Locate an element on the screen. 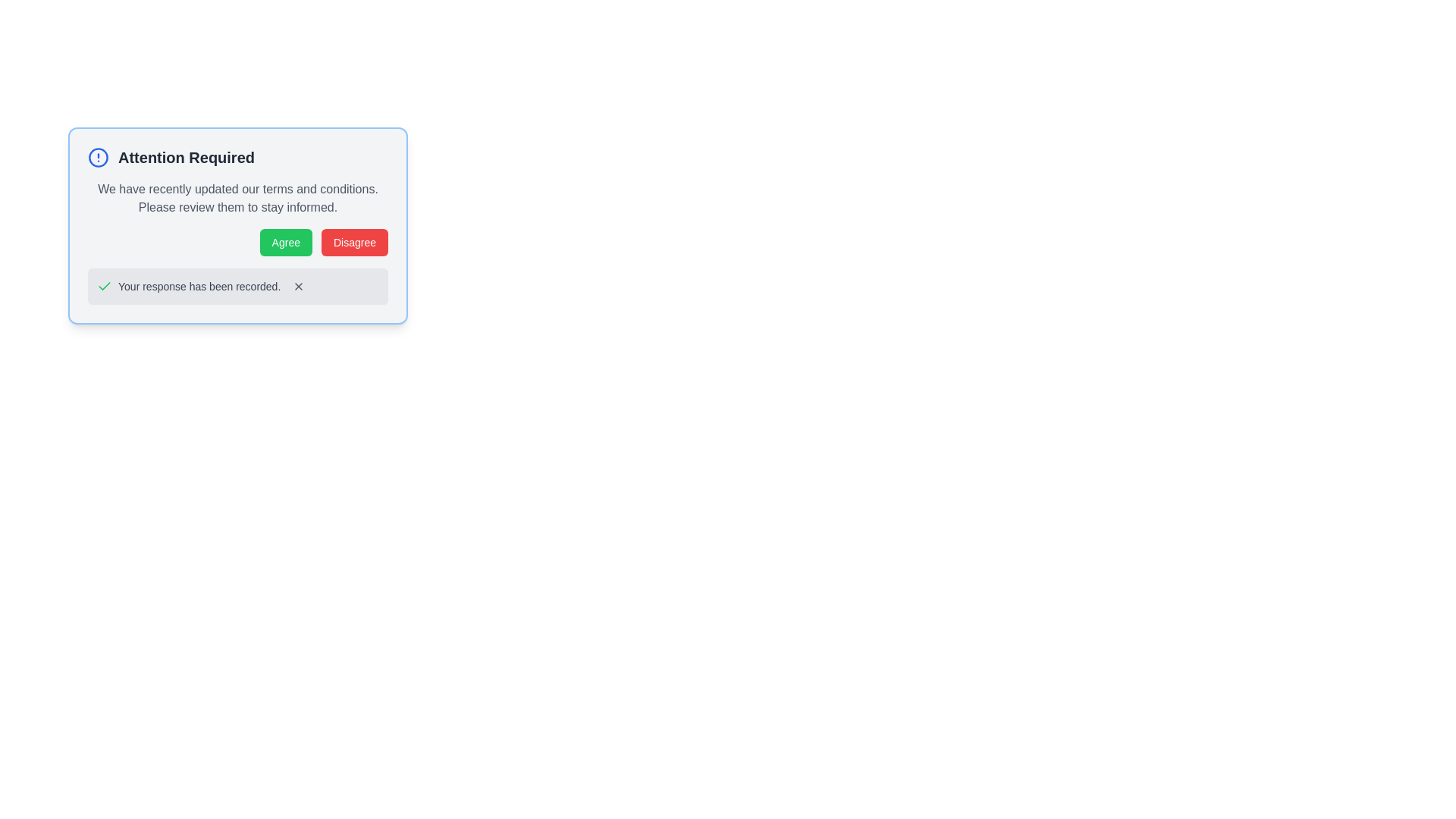  the 'Agree' button, which is part of a button group in a modal containing terms and conditions, to accept the terms is located at coordinates (237, 242).